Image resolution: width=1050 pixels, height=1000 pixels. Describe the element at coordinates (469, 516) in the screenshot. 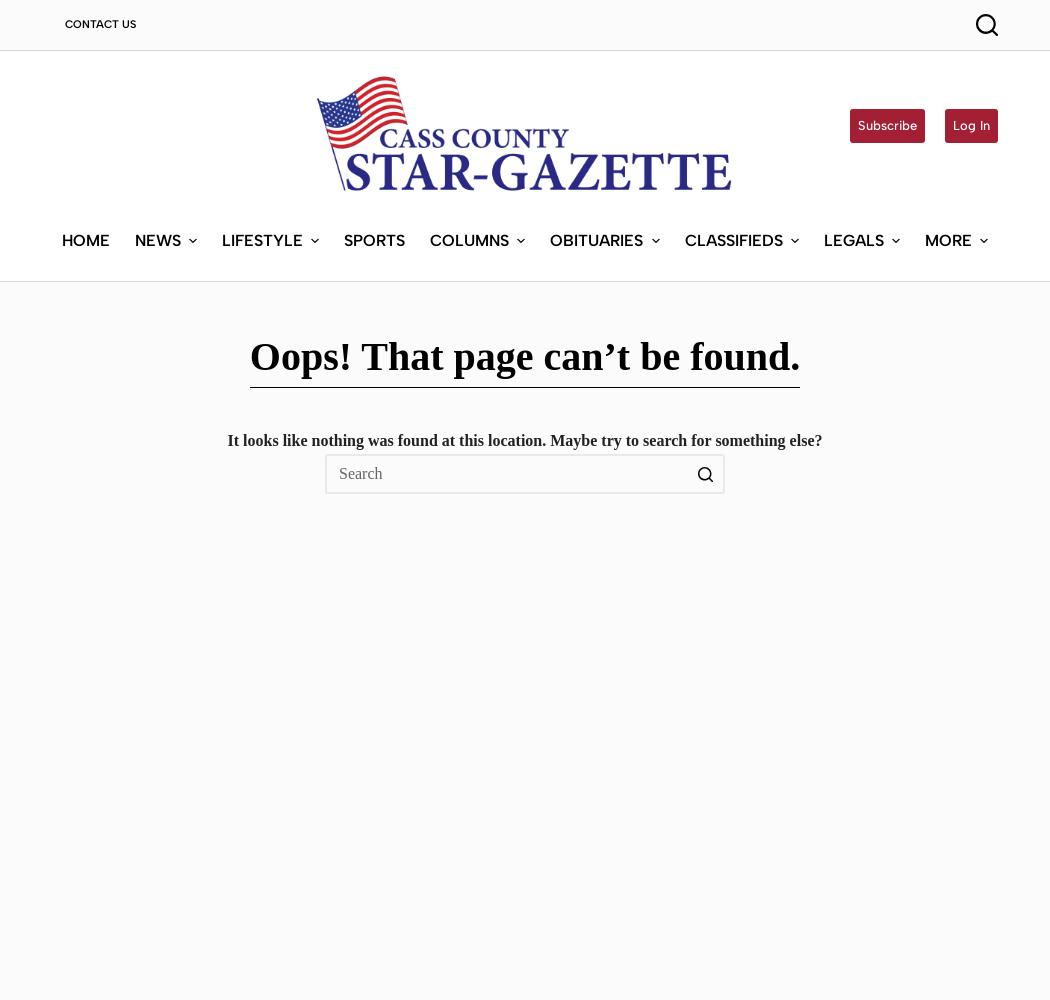

I see `'Trivia Too'` at that location.